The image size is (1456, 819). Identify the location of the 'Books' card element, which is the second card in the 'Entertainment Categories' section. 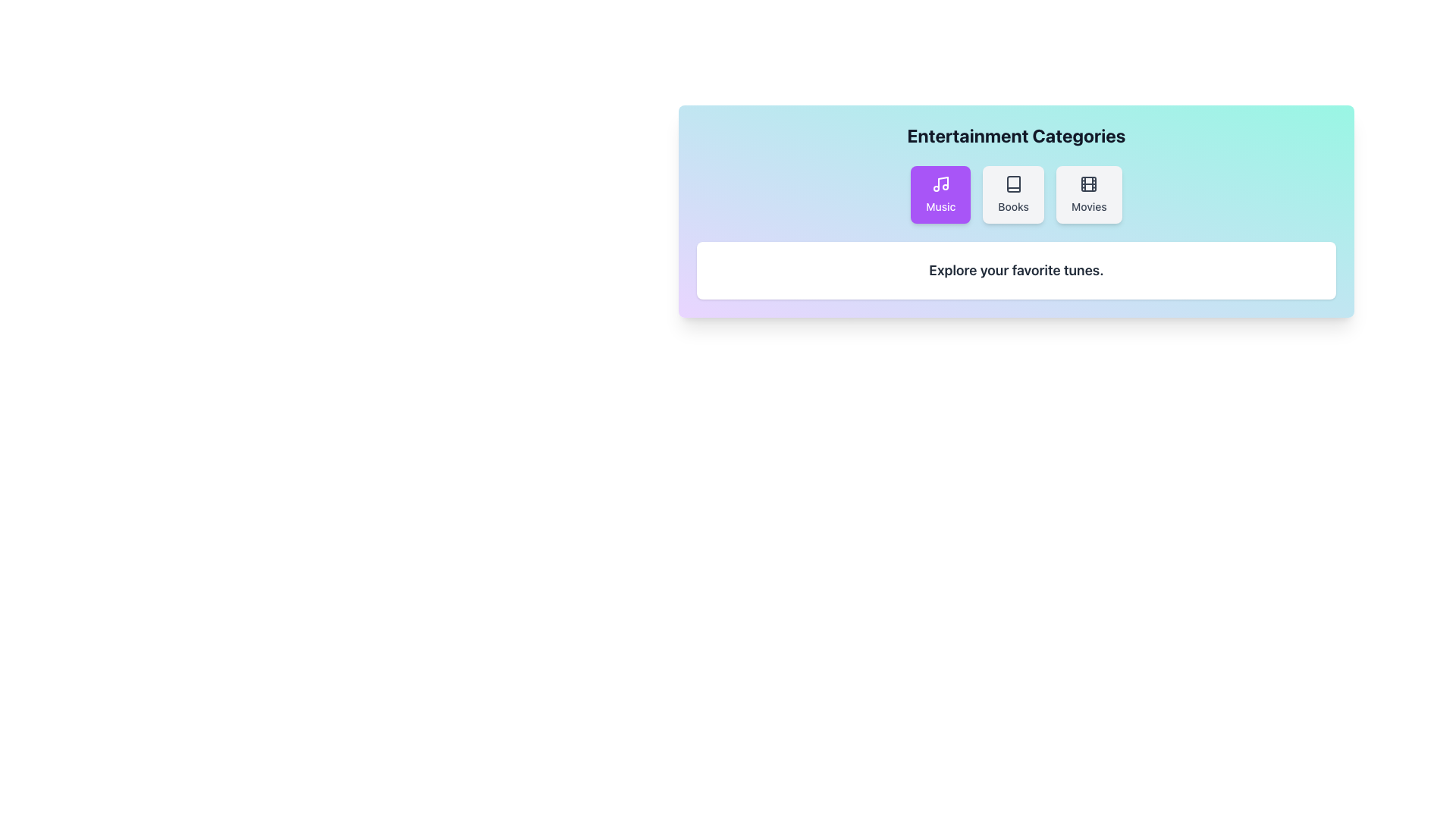
(1016, 194).